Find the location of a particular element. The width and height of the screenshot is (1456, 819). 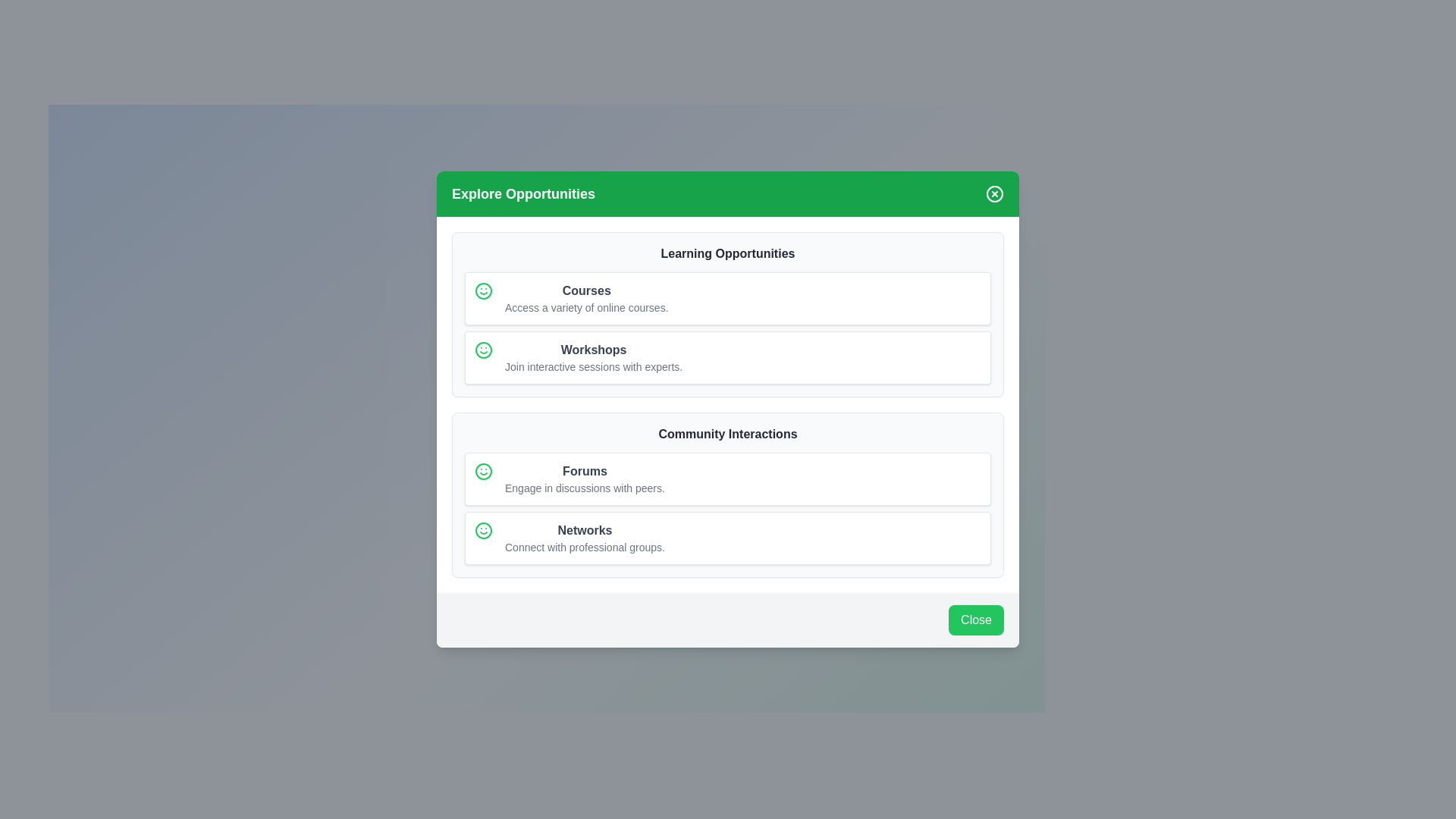

the text 'Forums' displayed in bold gray font within the 'Community Interactions' module for copying is located at coordinates (584, 470).